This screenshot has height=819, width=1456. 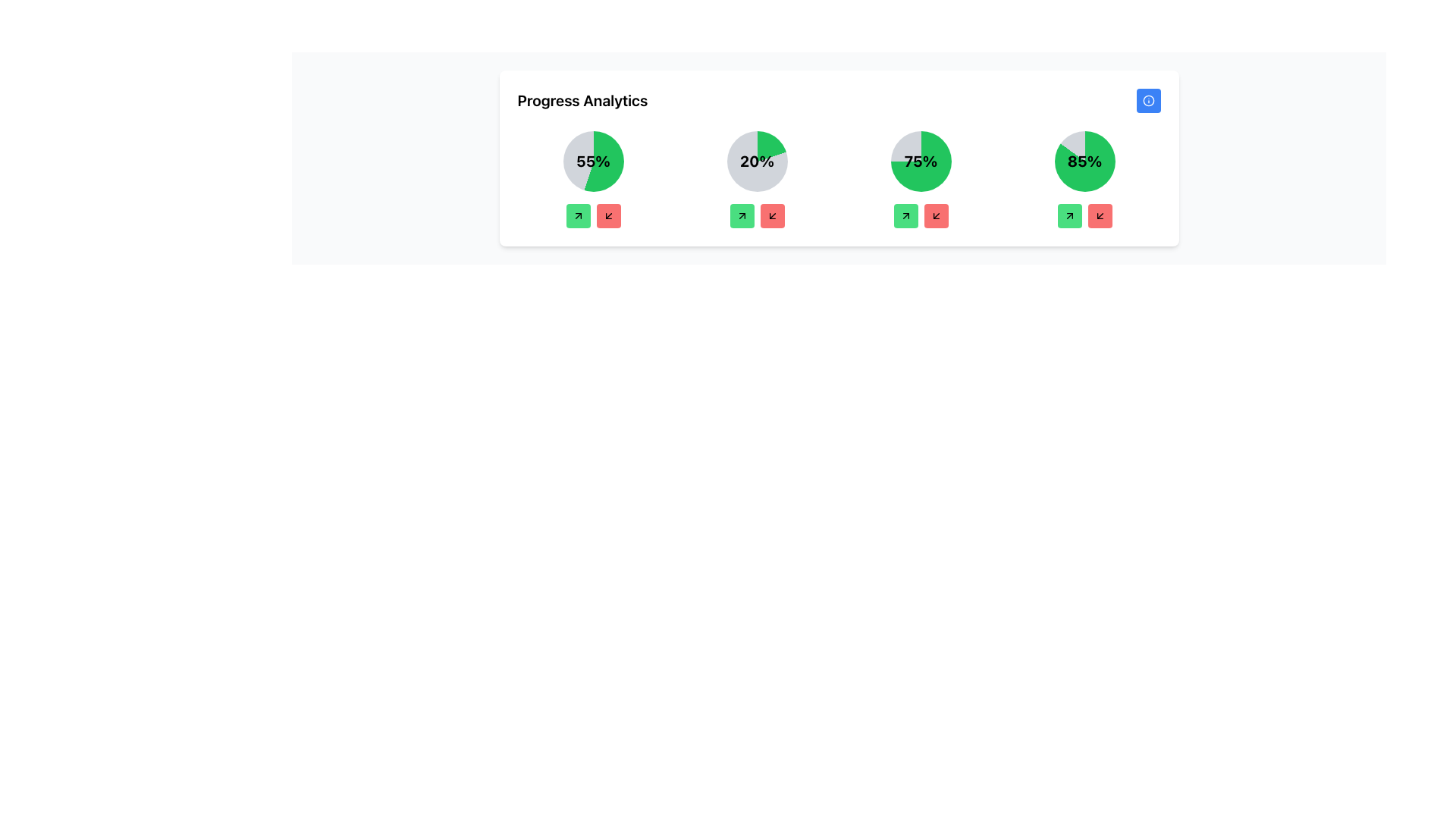 I want to click on the bold text element displaying '55%' in the first circular progress indicator within the 'Progress Analytics' section, so click(x=592, y=161).